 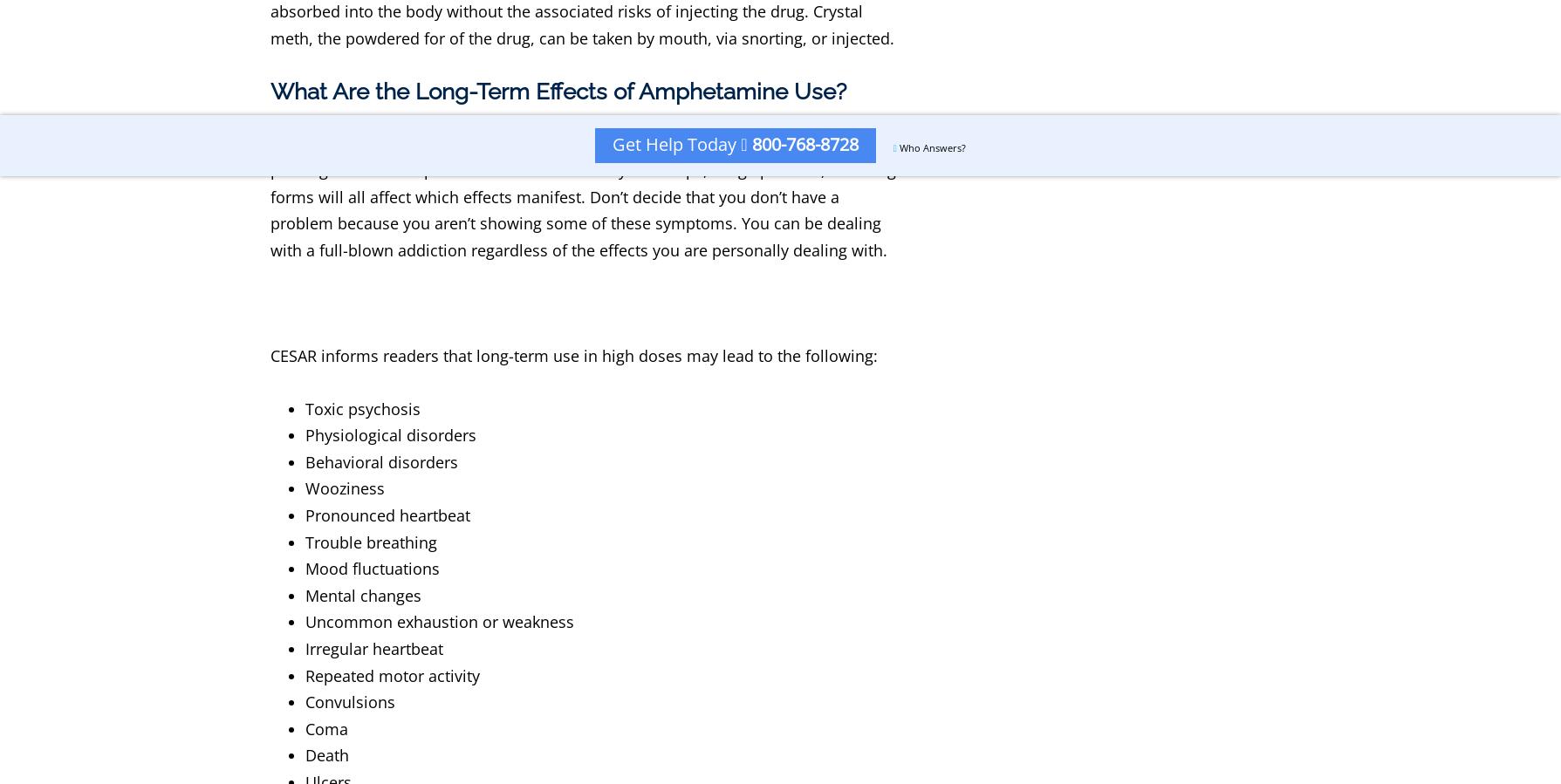 What do you see at coordinates (747, 144) in the screenshot?
I see `'800-768-8728'` at bounding box center [747, 144].